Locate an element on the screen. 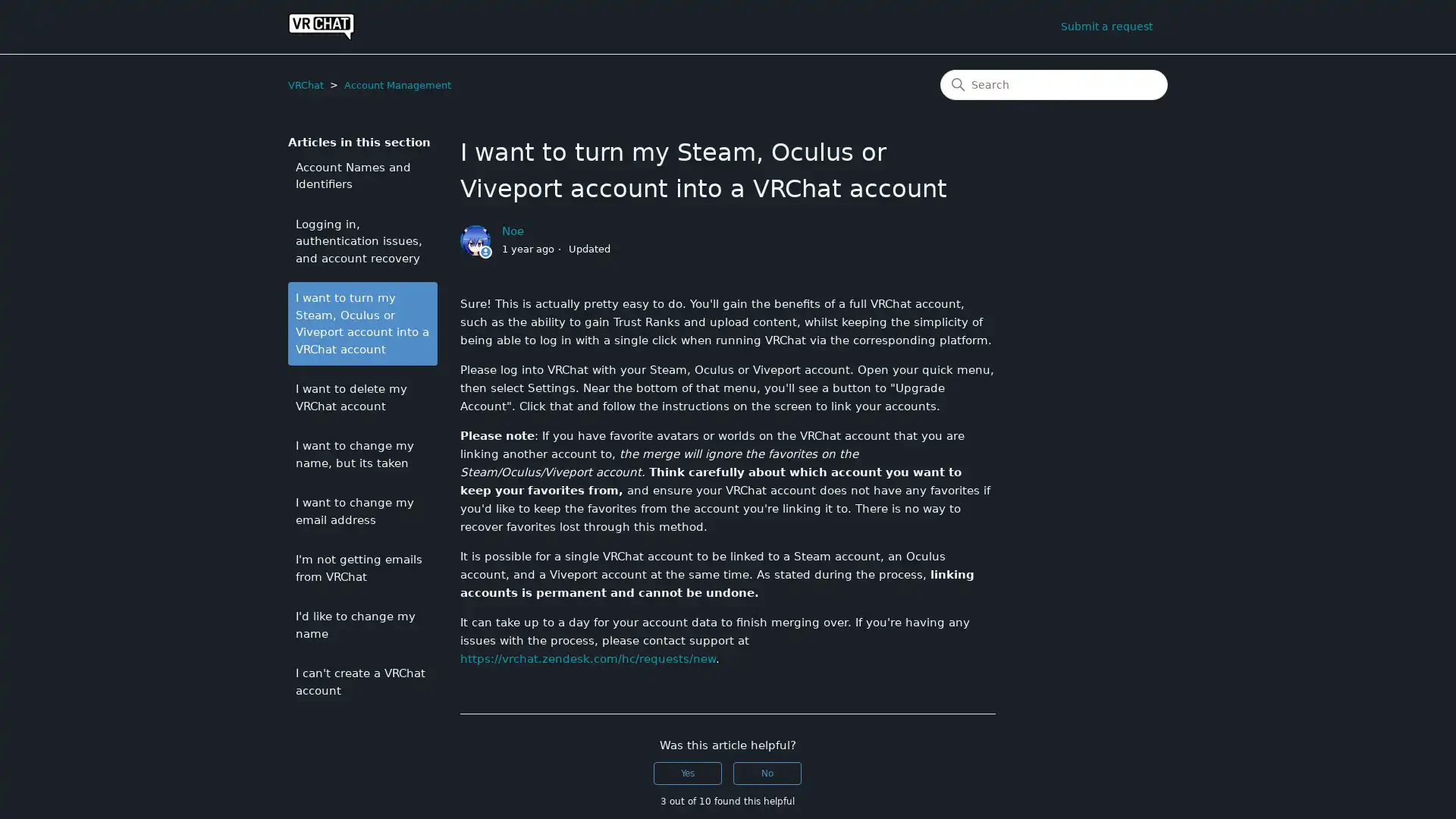  This article was helpful is located at coordinates (687, 773).